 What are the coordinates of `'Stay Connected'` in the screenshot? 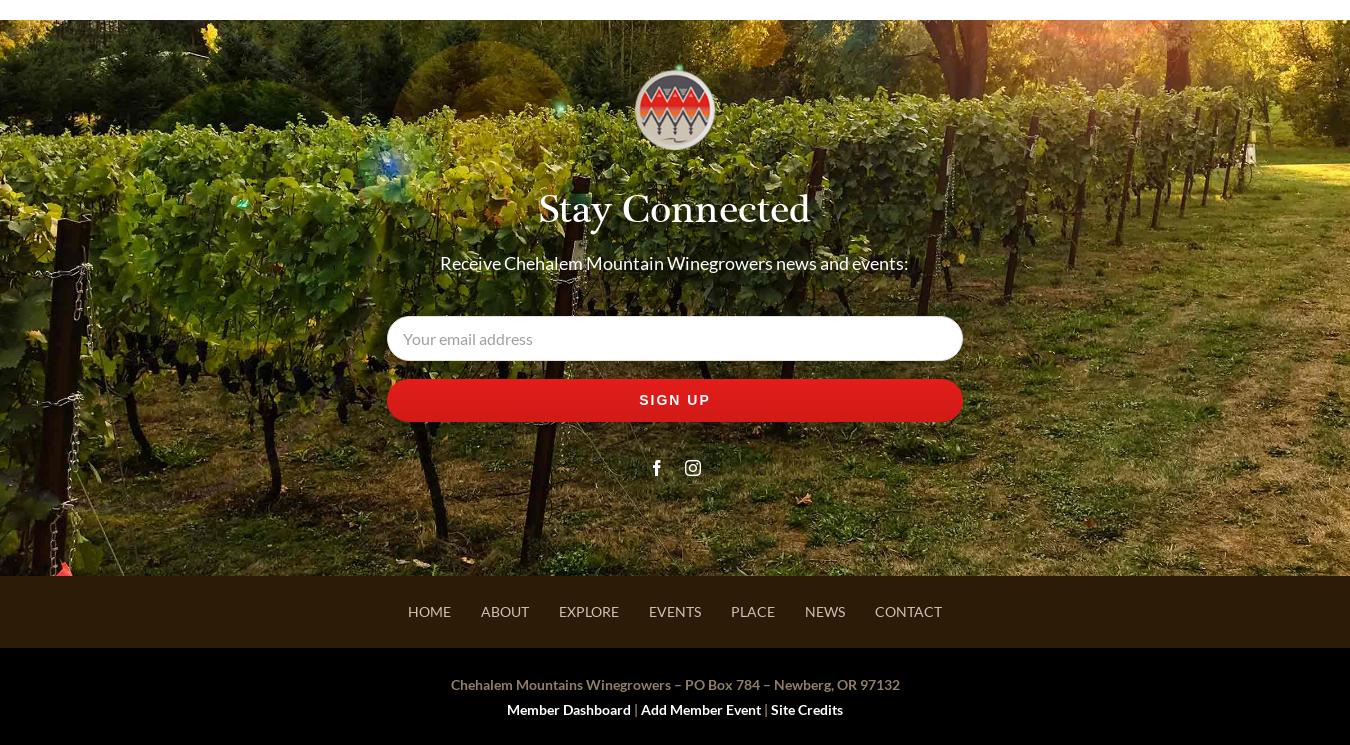 It's located at (675, 208).